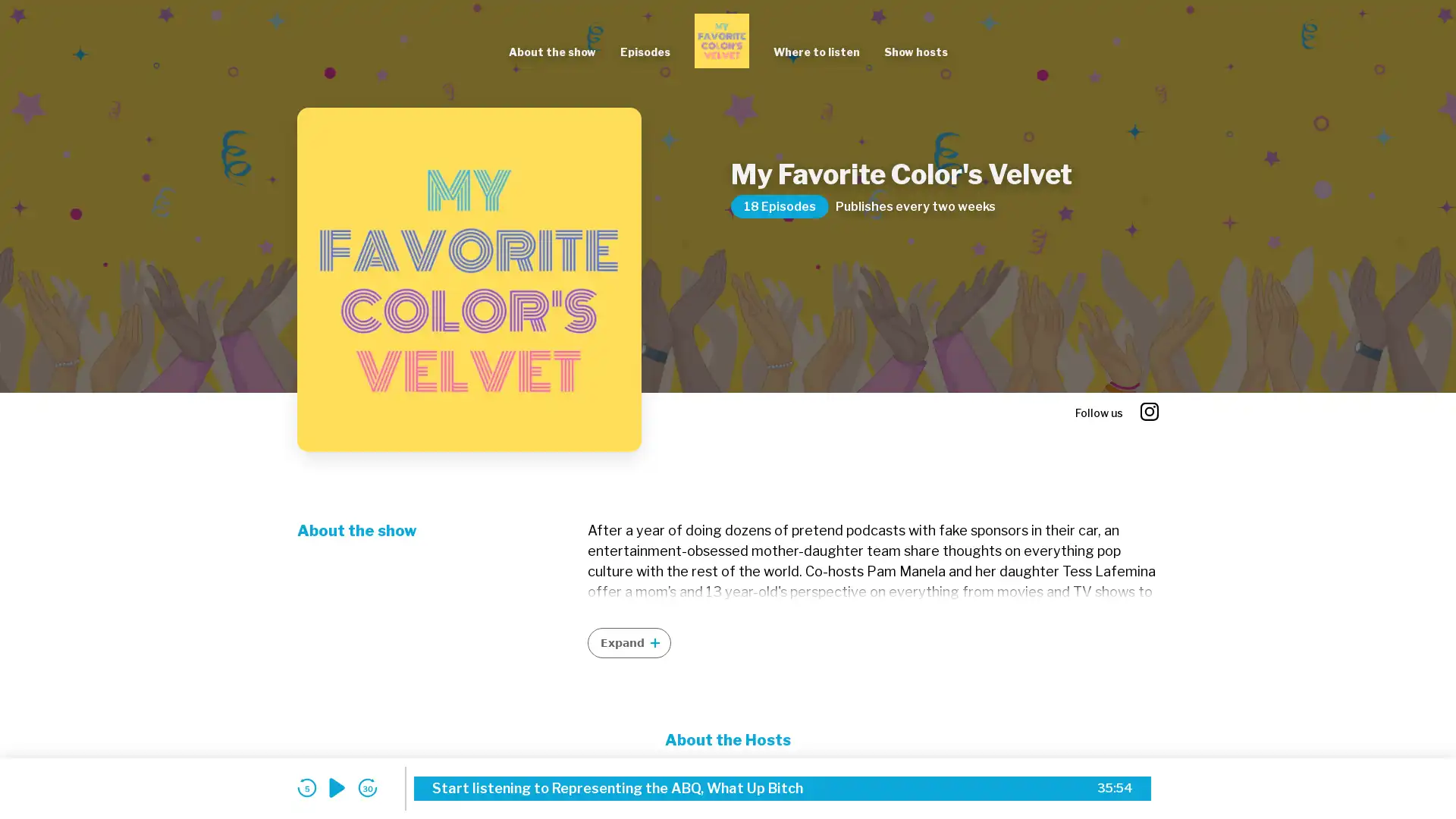  What do you see at coordinates (306, 787) in the screenshot?
I see `skip back 5 seconds` at bounding box center [306, 787].